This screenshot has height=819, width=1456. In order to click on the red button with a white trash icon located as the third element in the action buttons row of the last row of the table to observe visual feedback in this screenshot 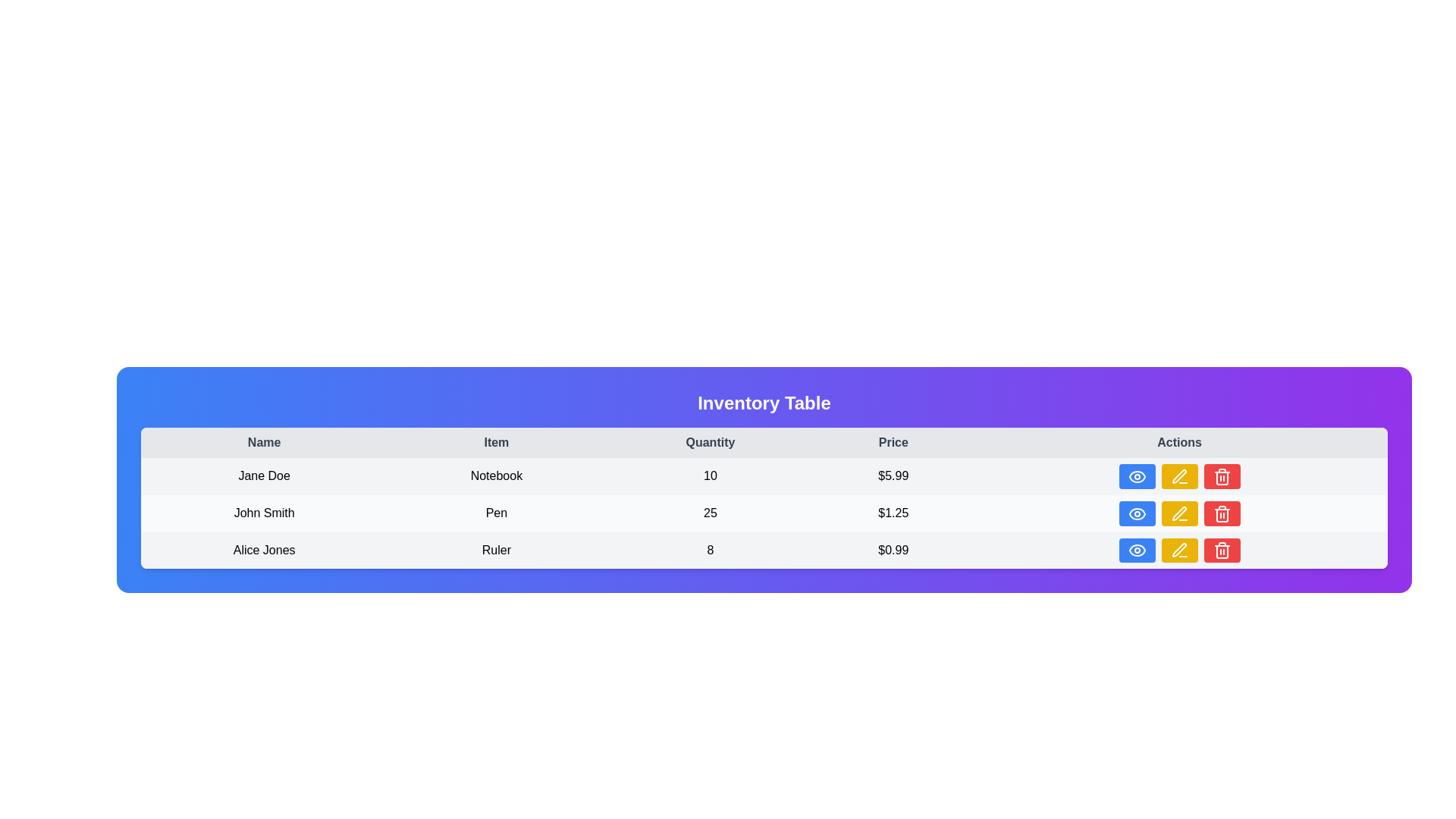, I will do `click(1222, 513)`.